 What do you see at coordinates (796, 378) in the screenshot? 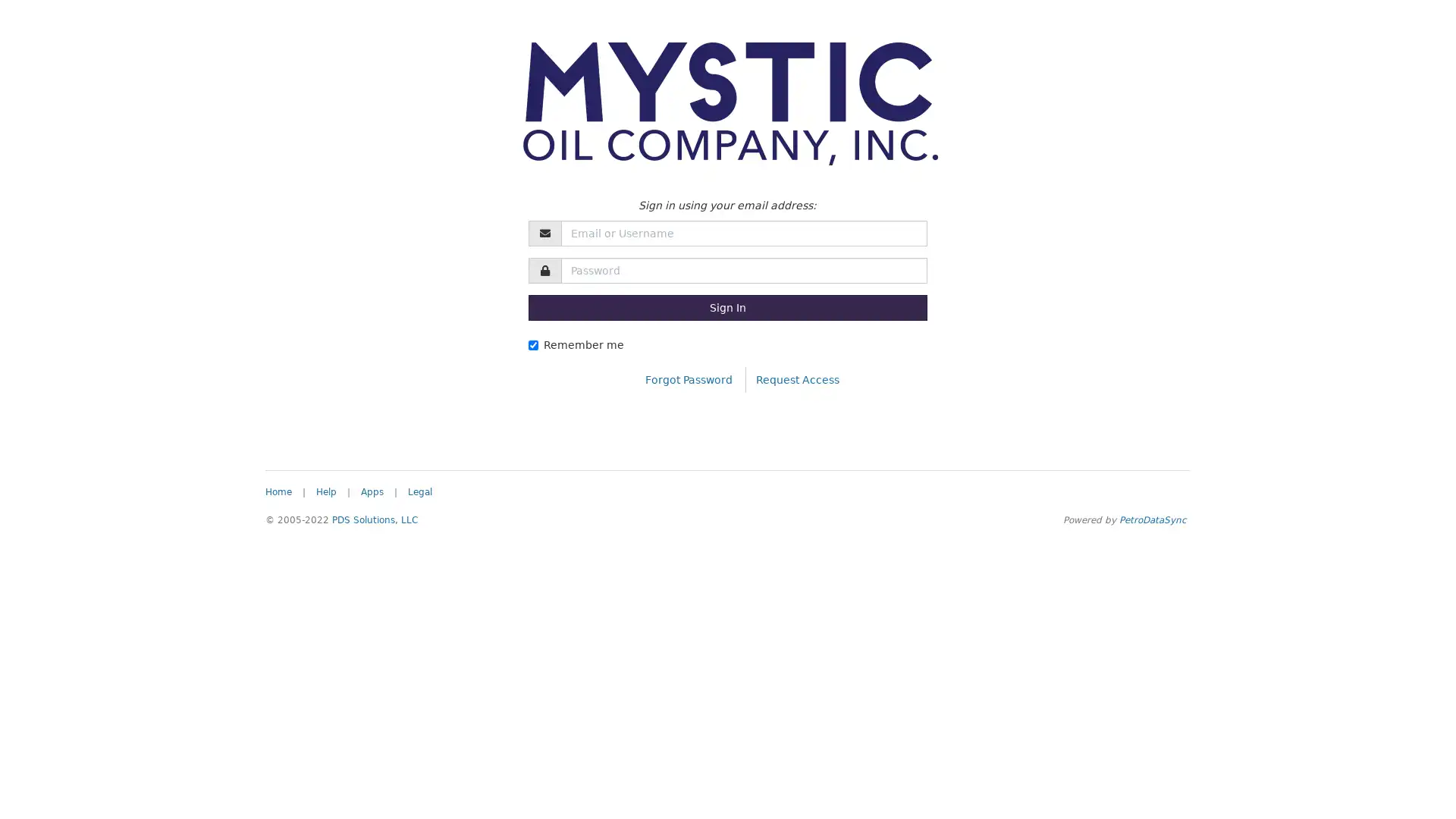
I see `Request Access` at bounding box center [796, 378].